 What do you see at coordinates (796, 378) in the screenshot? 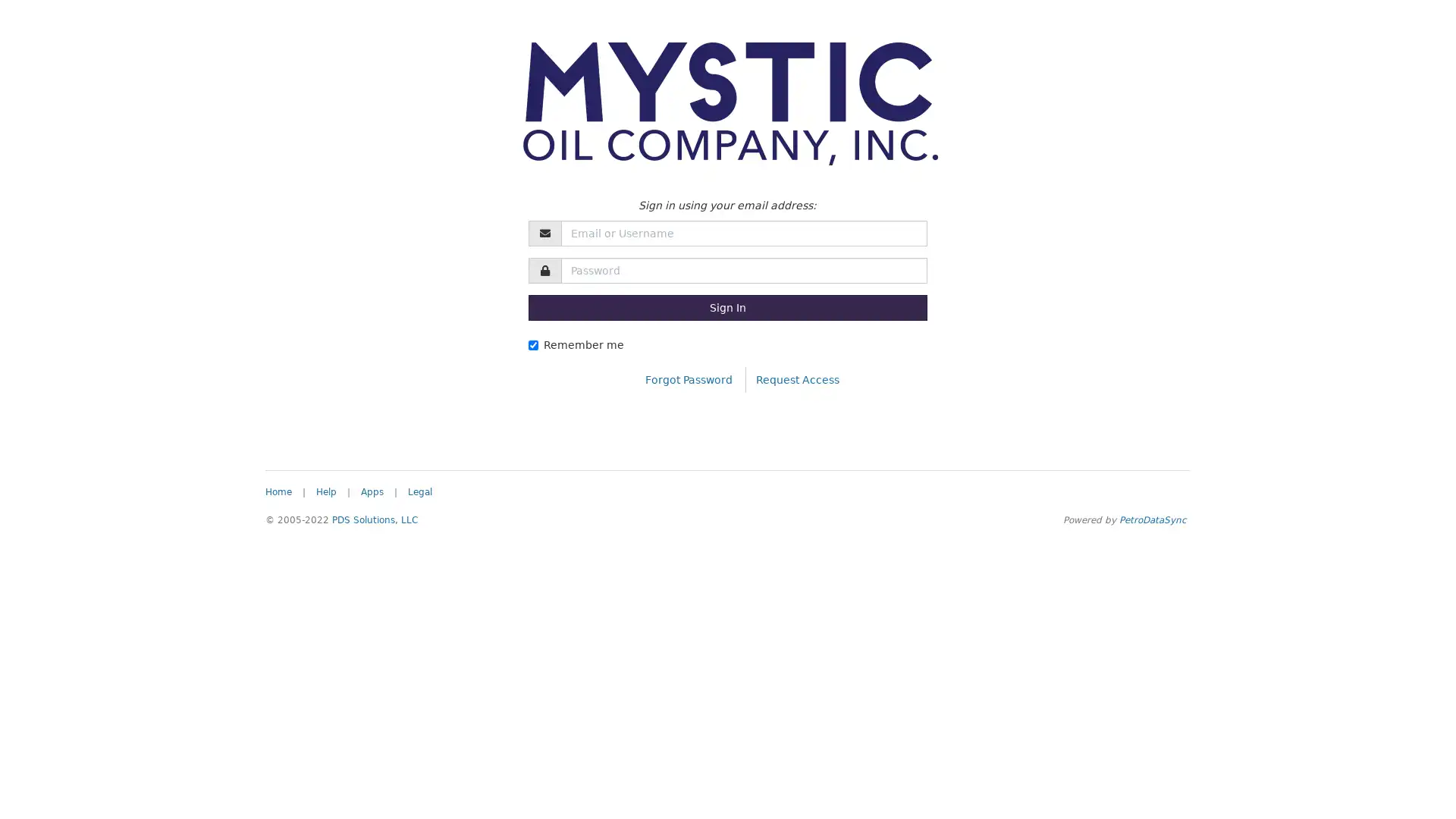
I see `Request Access` at bounding box center [796, 378].